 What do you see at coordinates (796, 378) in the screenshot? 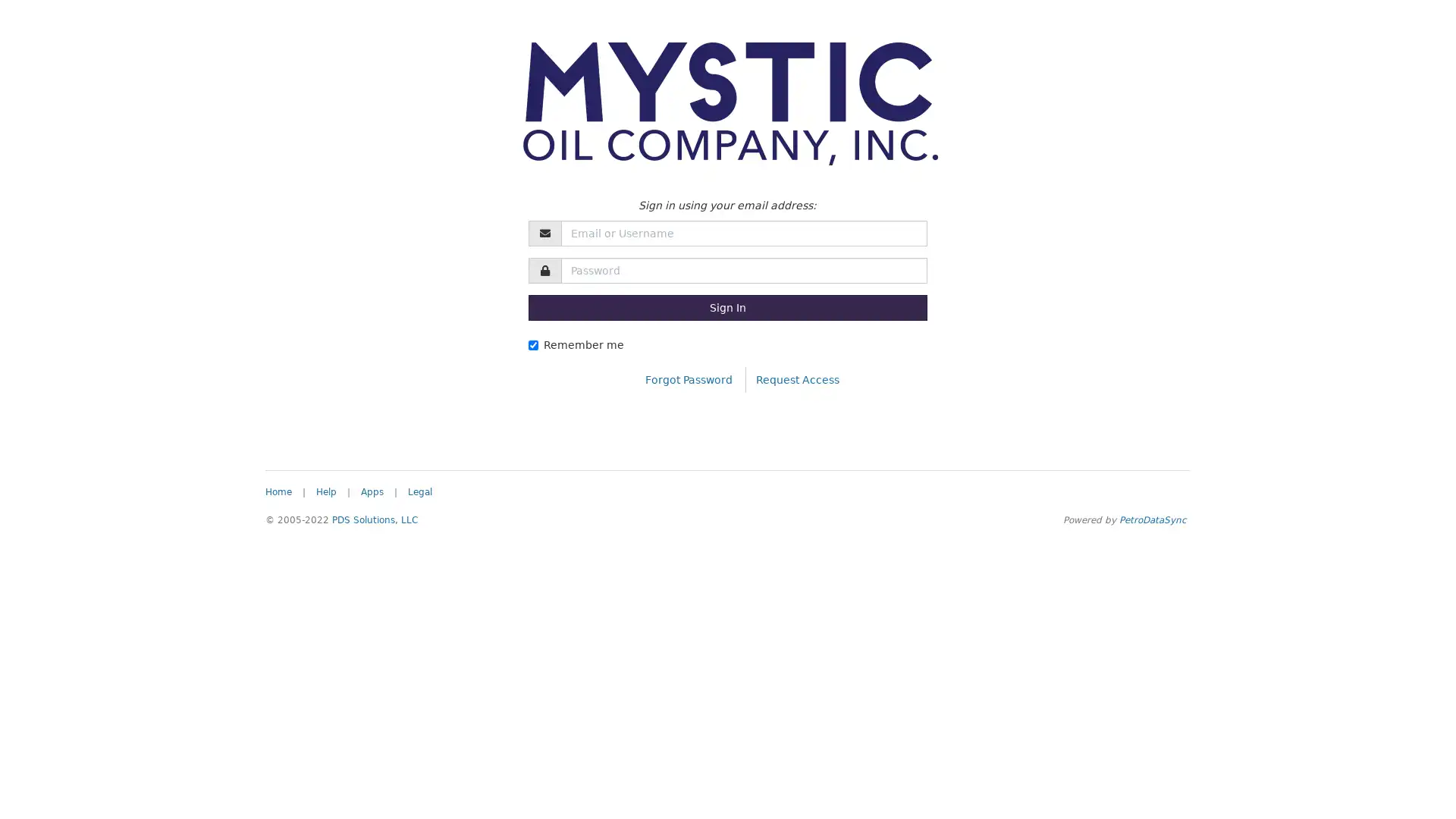
I see `Request Access` at bounding box center [796, 378].